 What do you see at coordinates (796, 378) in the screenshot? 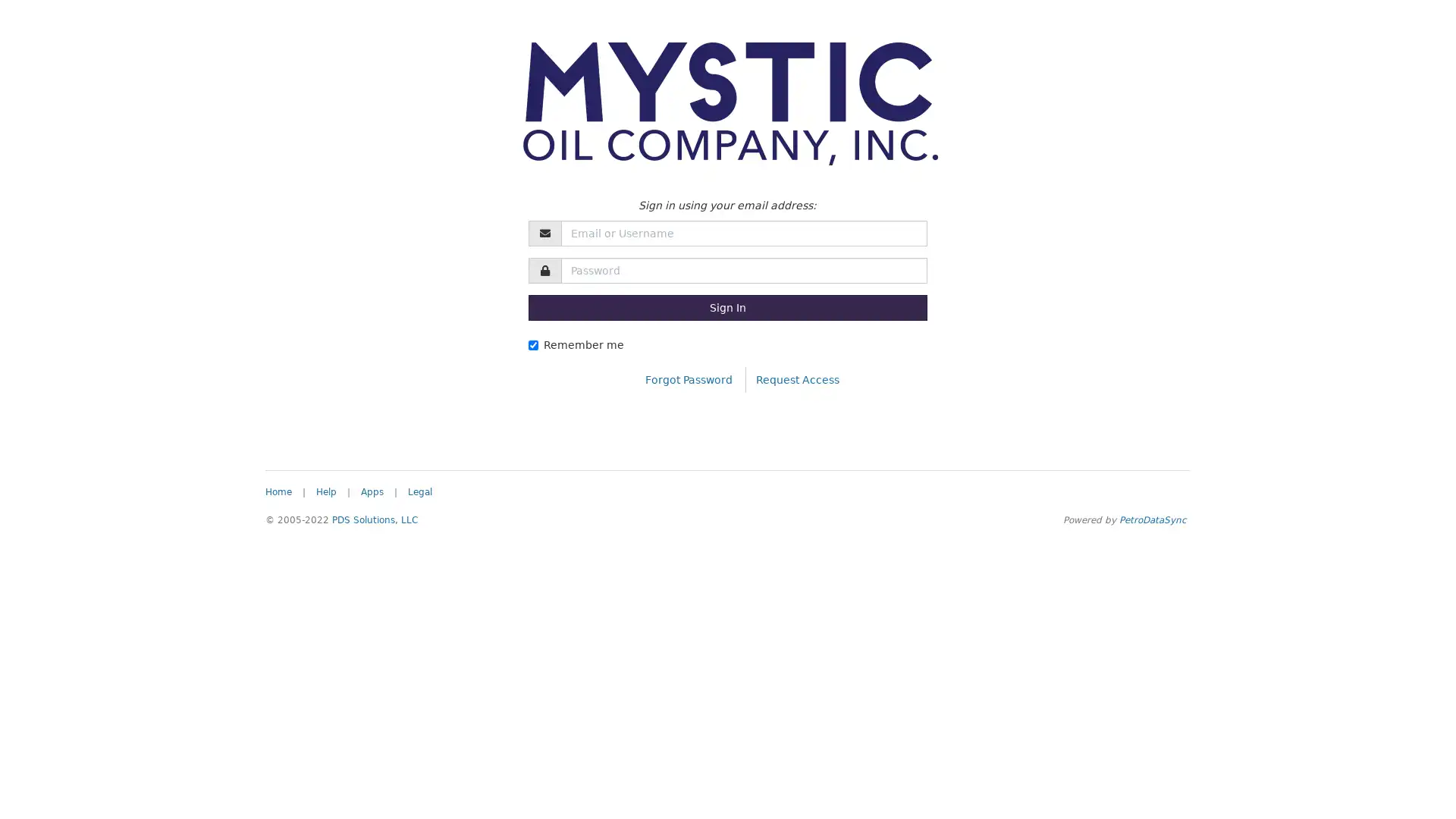
I see `Request Access` at bounding box center [796, 378].